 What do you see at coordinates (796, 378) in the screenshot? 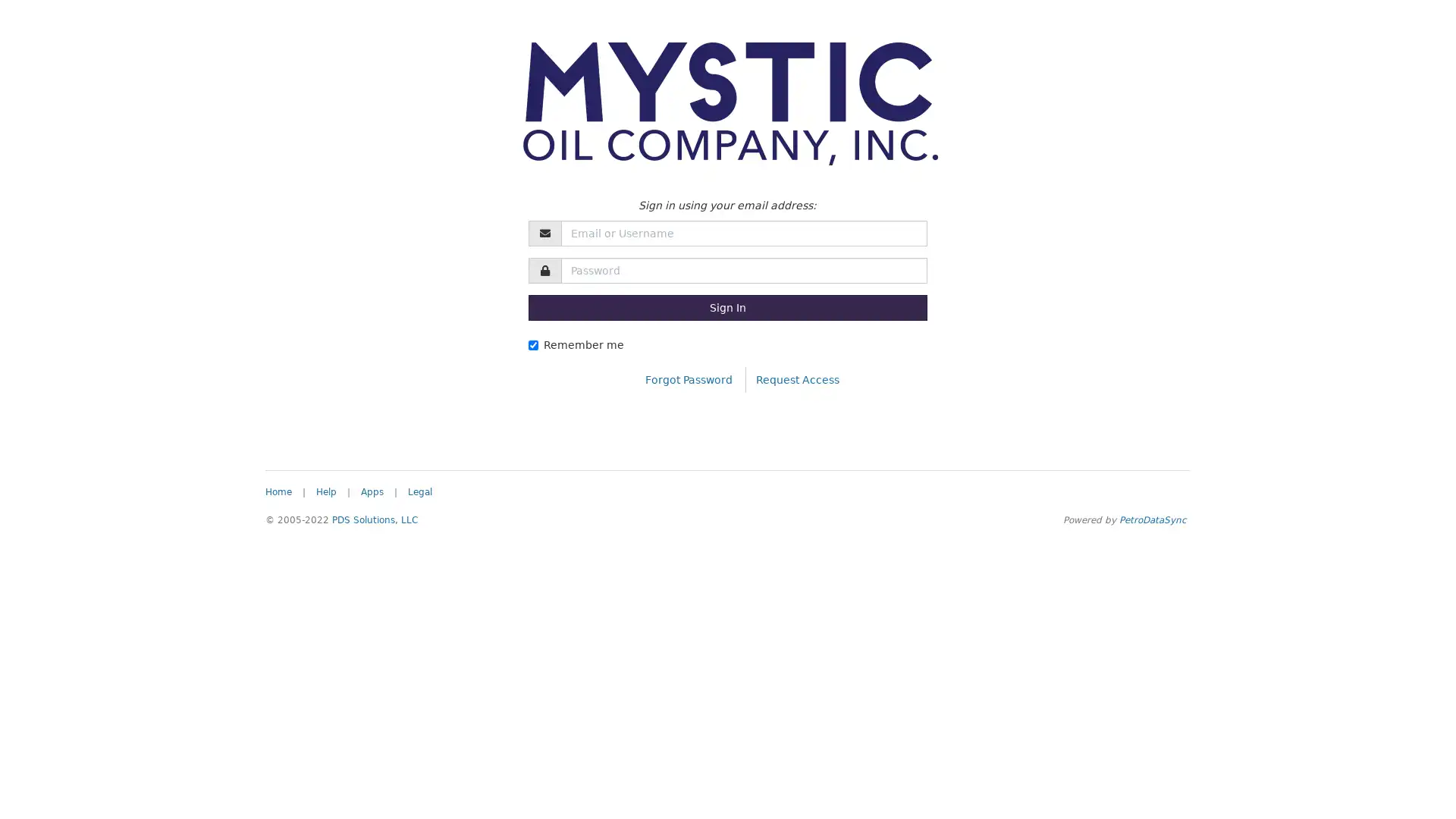
I see `Request Access` at bounding box center [796, 378].